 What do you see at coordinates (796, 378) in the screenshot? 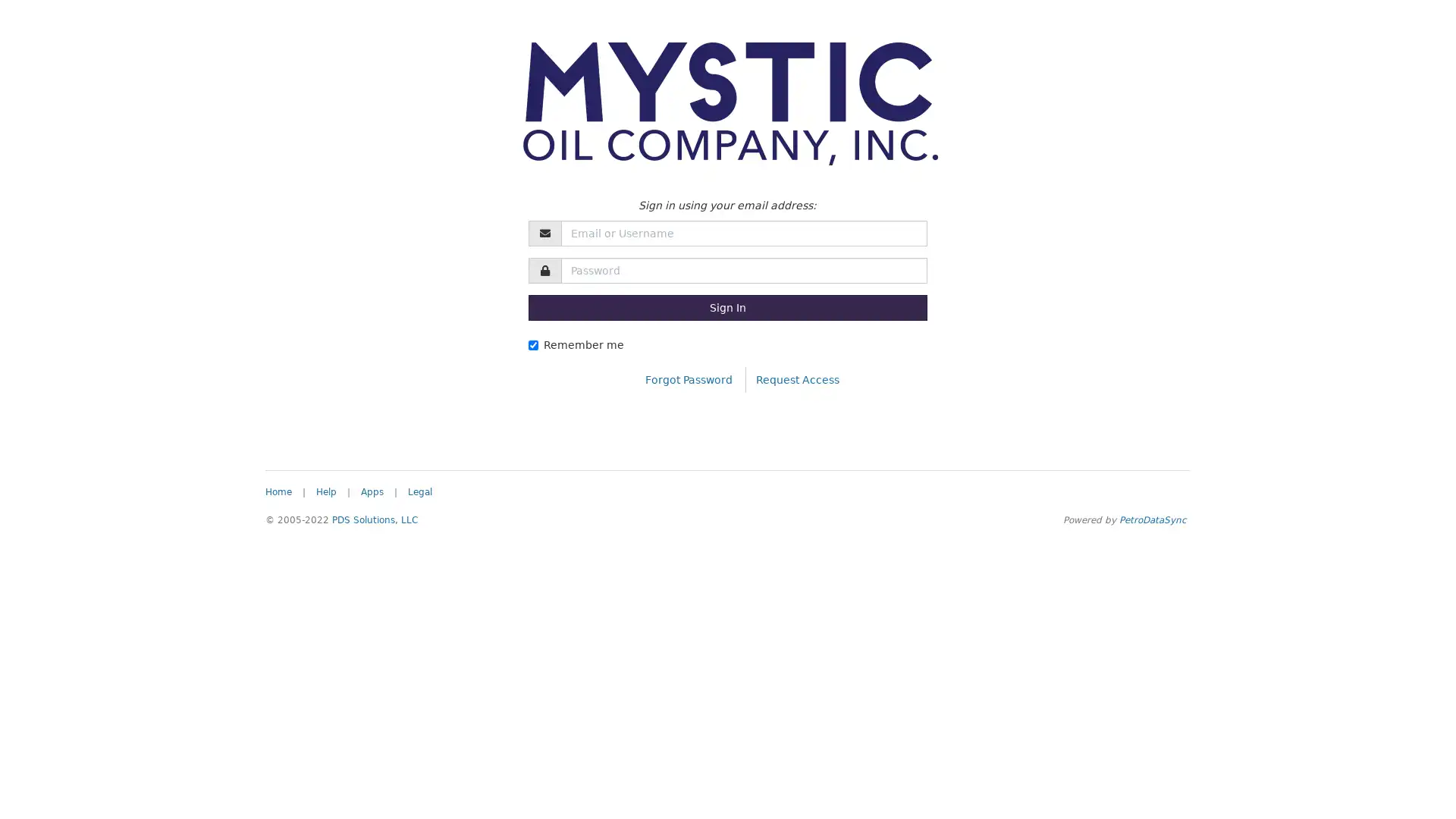
I see `Request Access` at bounding box center [796, 378].